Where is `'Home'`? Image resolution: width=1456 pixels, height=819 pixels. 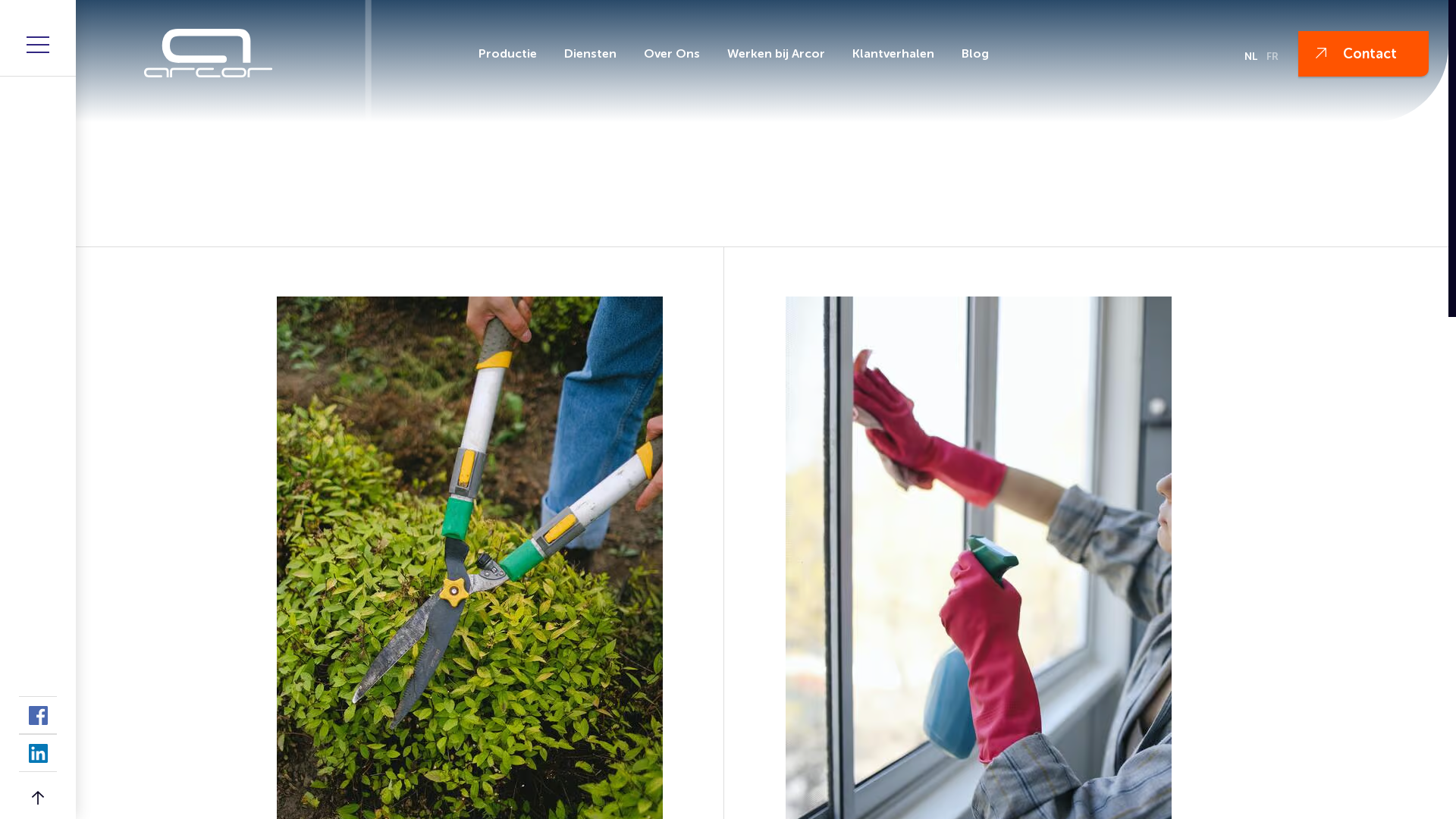
'Home' is located at coordinates (303, 219).